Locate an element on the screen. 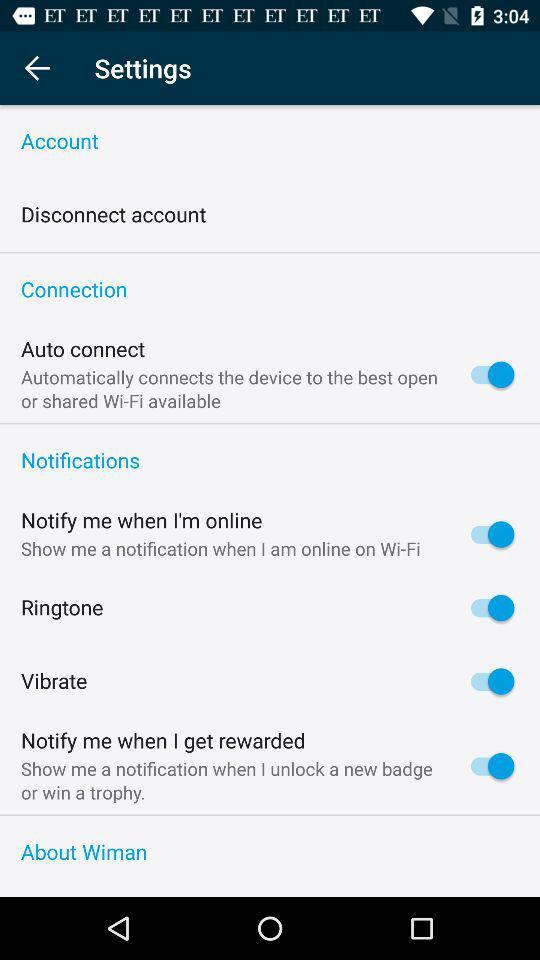 Image resolution: width=540 pixels, height=960 pixels. the connection is located at coordinates (270, 289).